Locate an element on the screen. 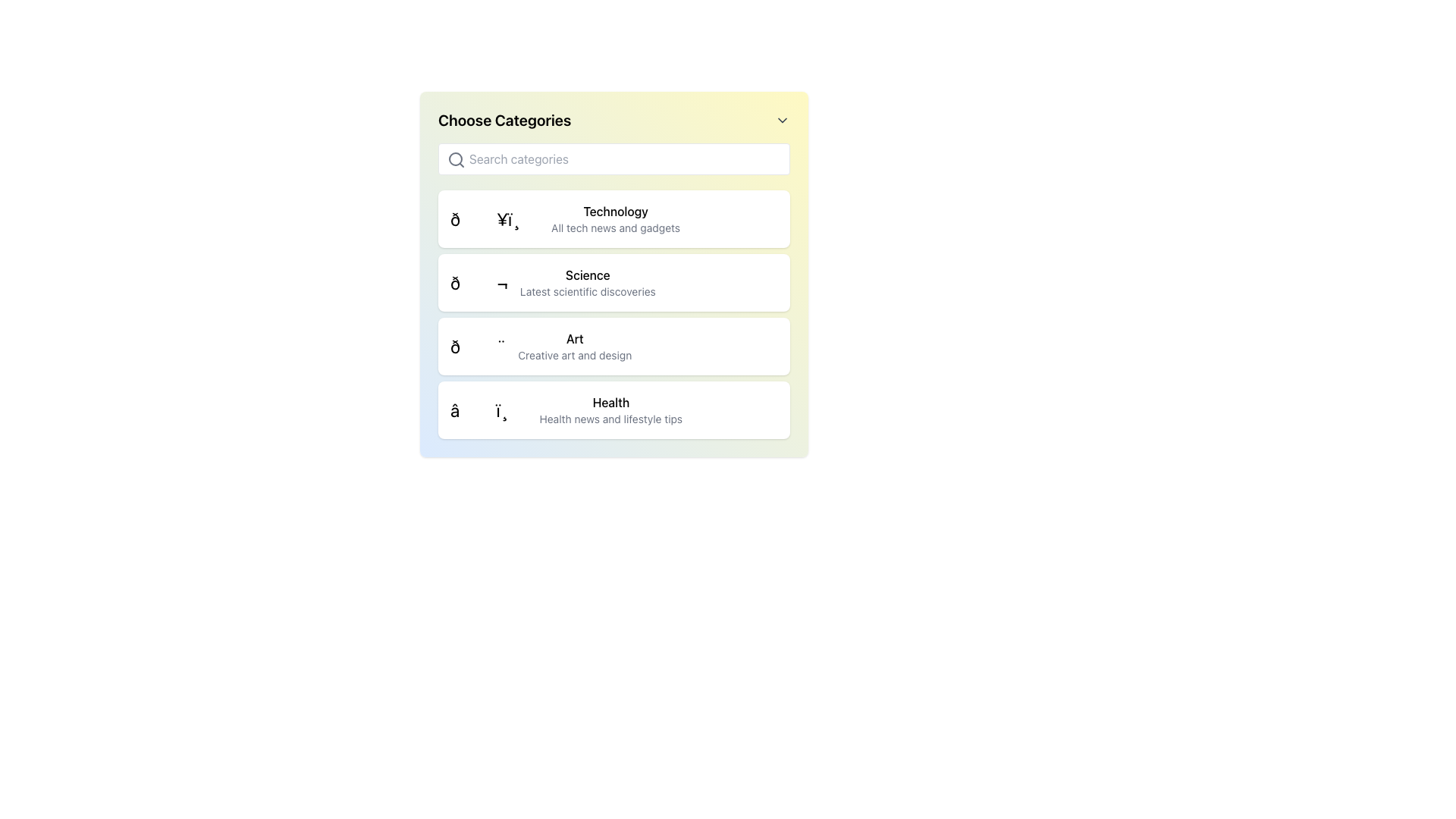 This screenshot has height=819, width=1456. the central circular part of the magnifying glass SVG icon located to the left of the 'Search categories' text in the 'Choose Categories' panel is located at coordinates (454, 158).